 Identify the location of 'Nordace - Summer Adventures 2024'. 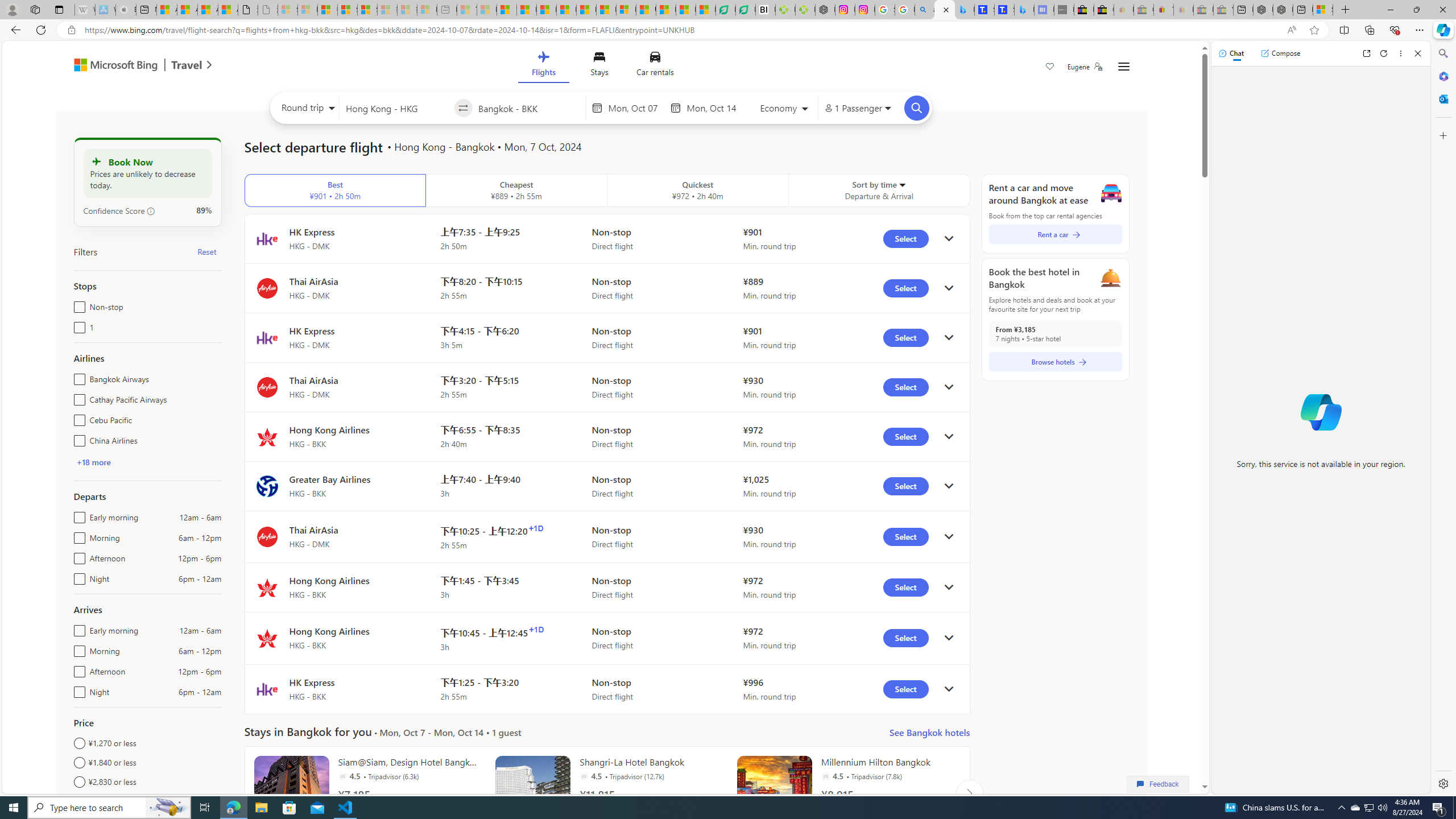
(1282, 9).